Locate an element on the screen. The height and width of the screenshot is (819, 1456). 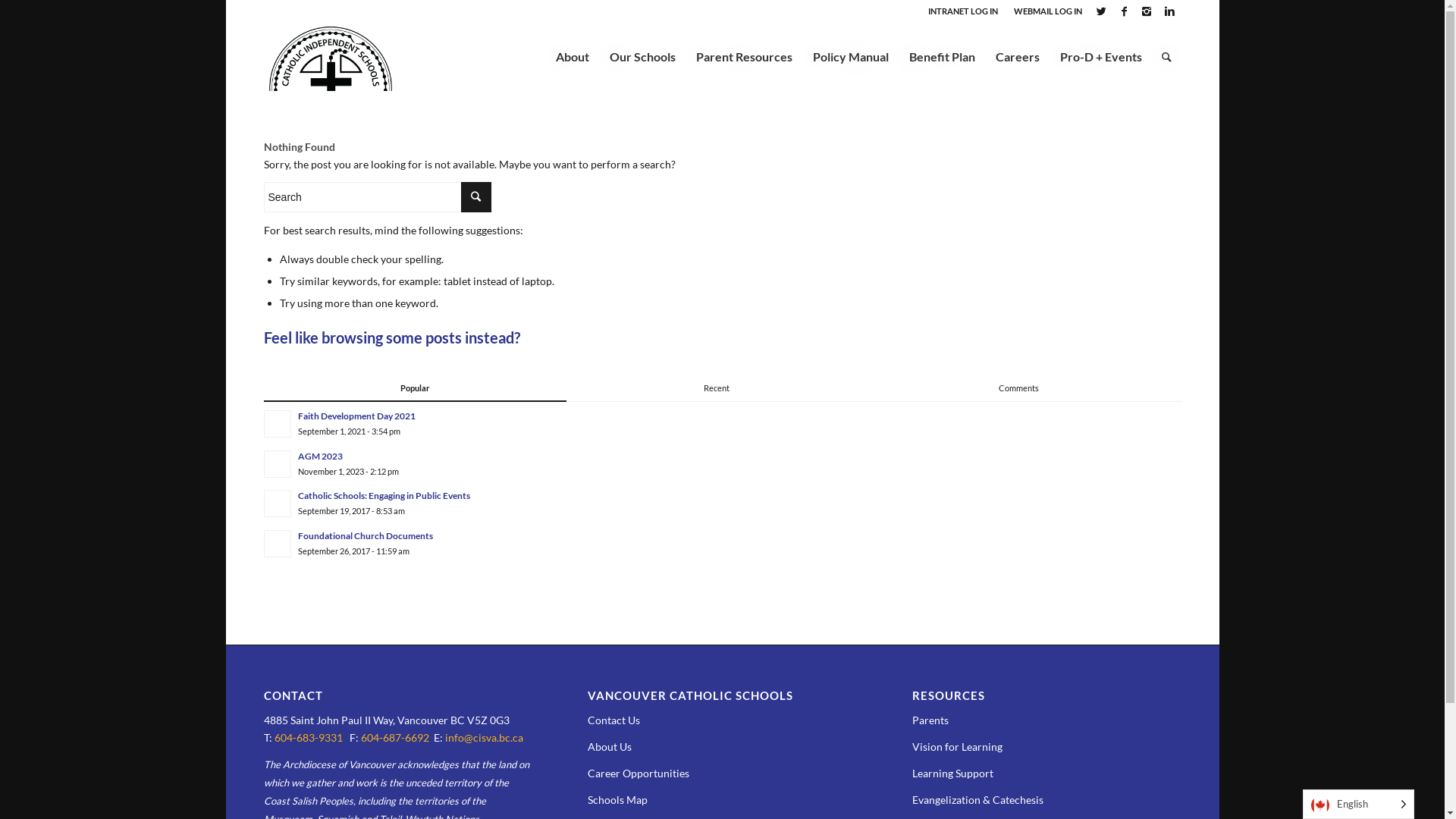
'Careers' is located at coordinates (1016, 55).